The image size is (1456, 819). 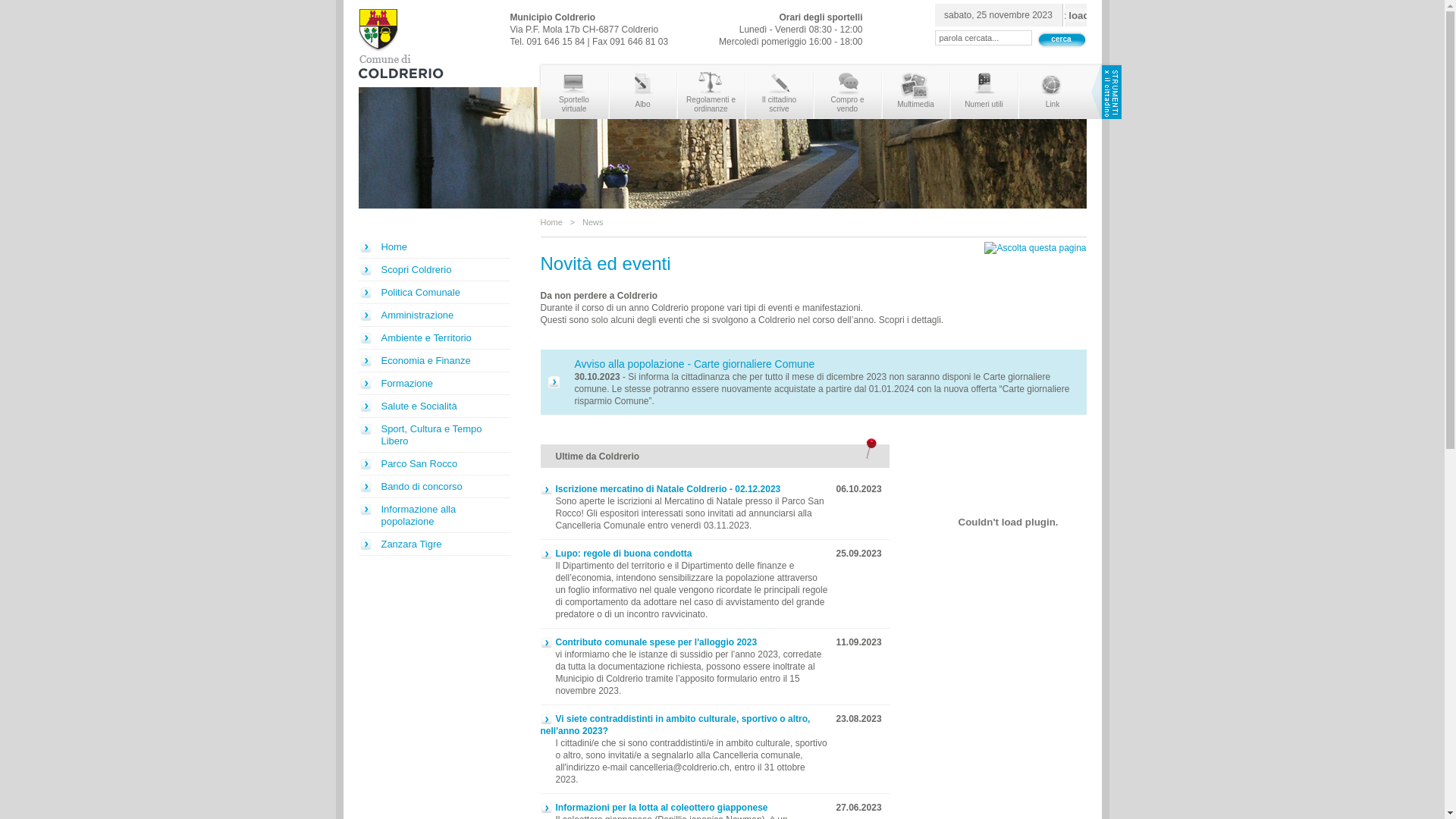 I want to click on 'Economia e Finanze', so click(x=432, y=360).